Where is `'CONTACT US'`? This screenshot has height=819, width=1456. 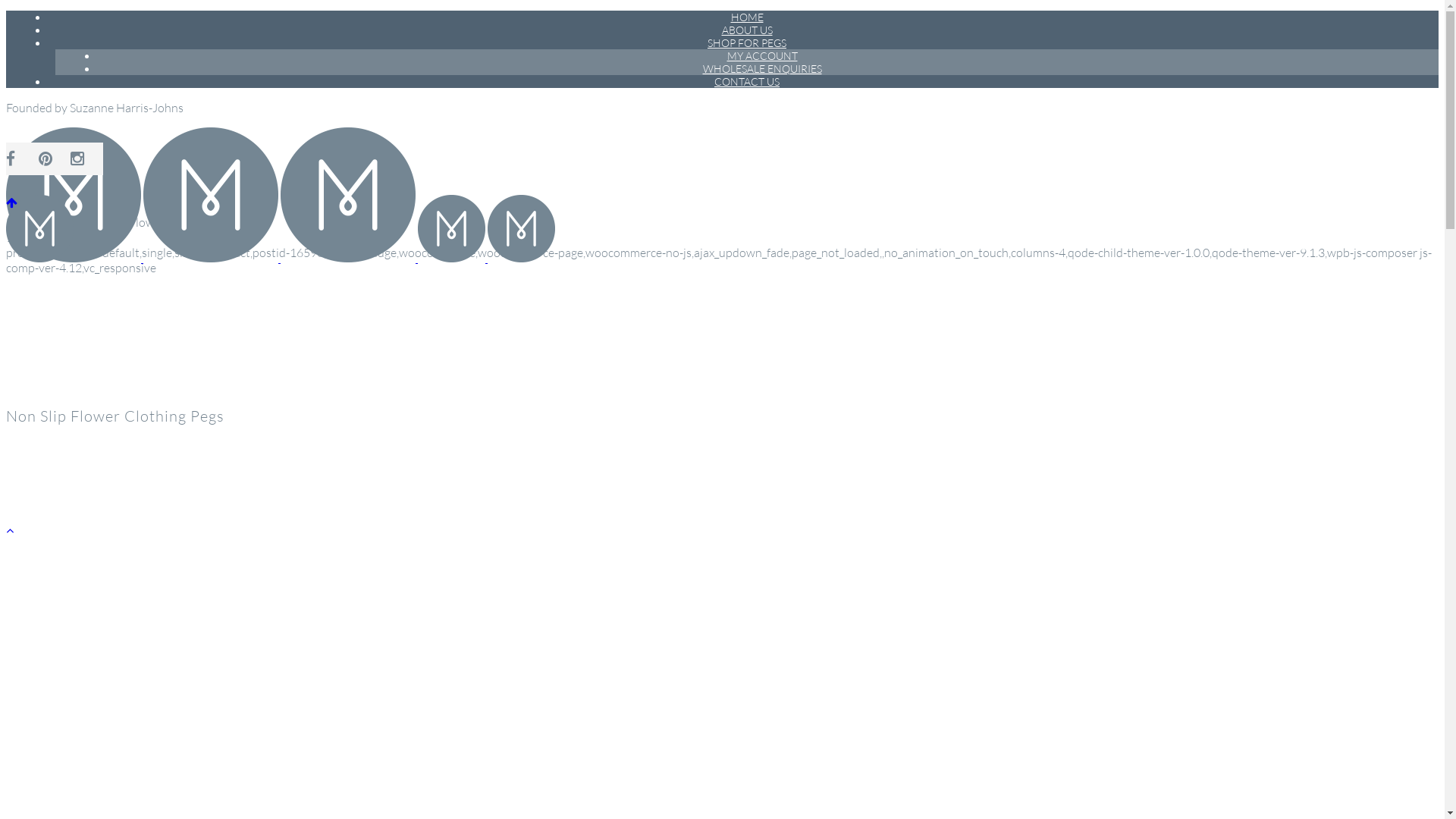
'CONTACT US' is located at coordinates (746, 81).